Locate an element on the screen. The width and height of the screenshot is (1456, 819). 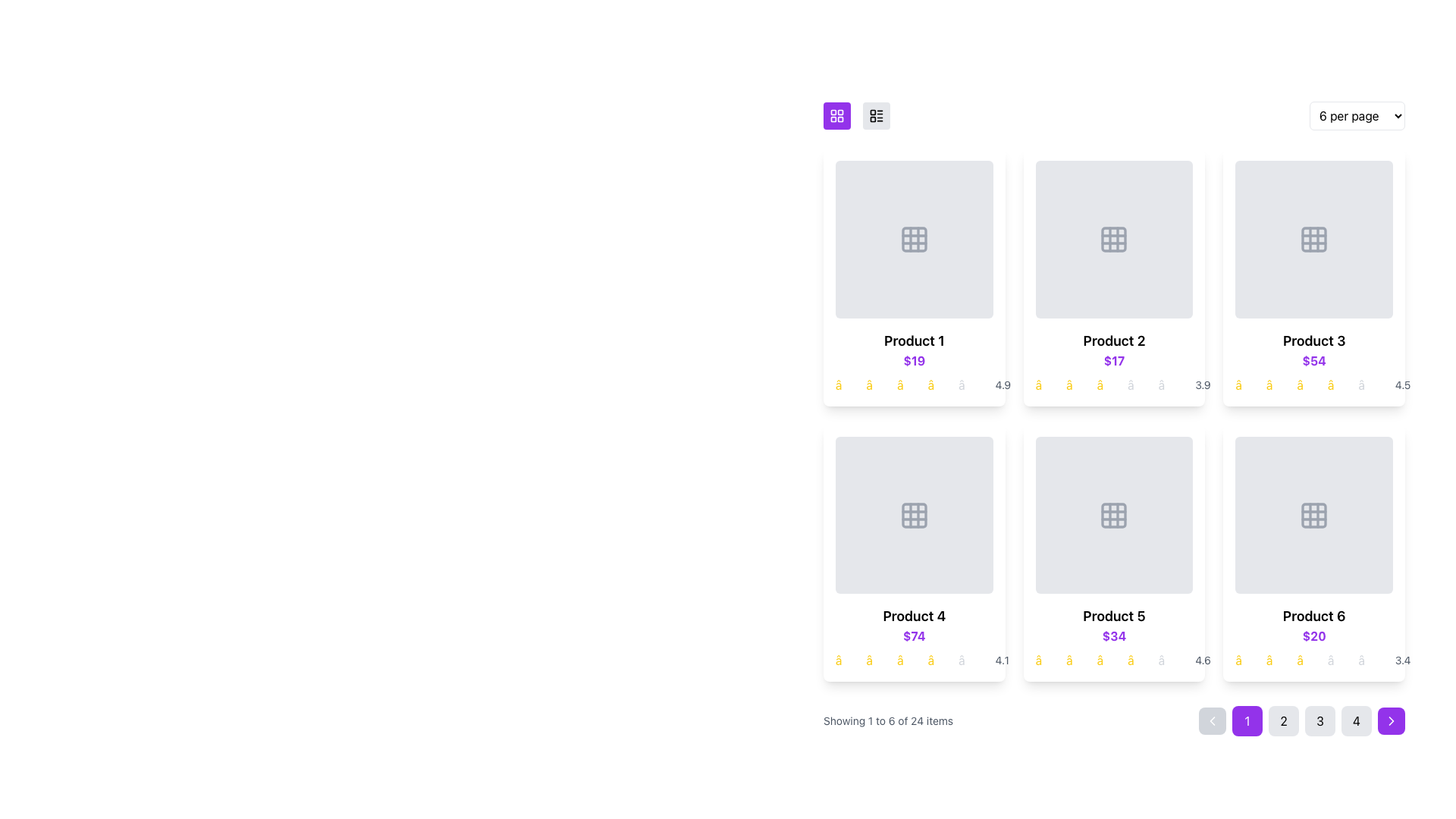
the rating information represented by the rating display with numerical annotation for 'Product 5', which shows four yellow stars and one gray star along with the text '4.6' is located at coordinates (1114, 660).